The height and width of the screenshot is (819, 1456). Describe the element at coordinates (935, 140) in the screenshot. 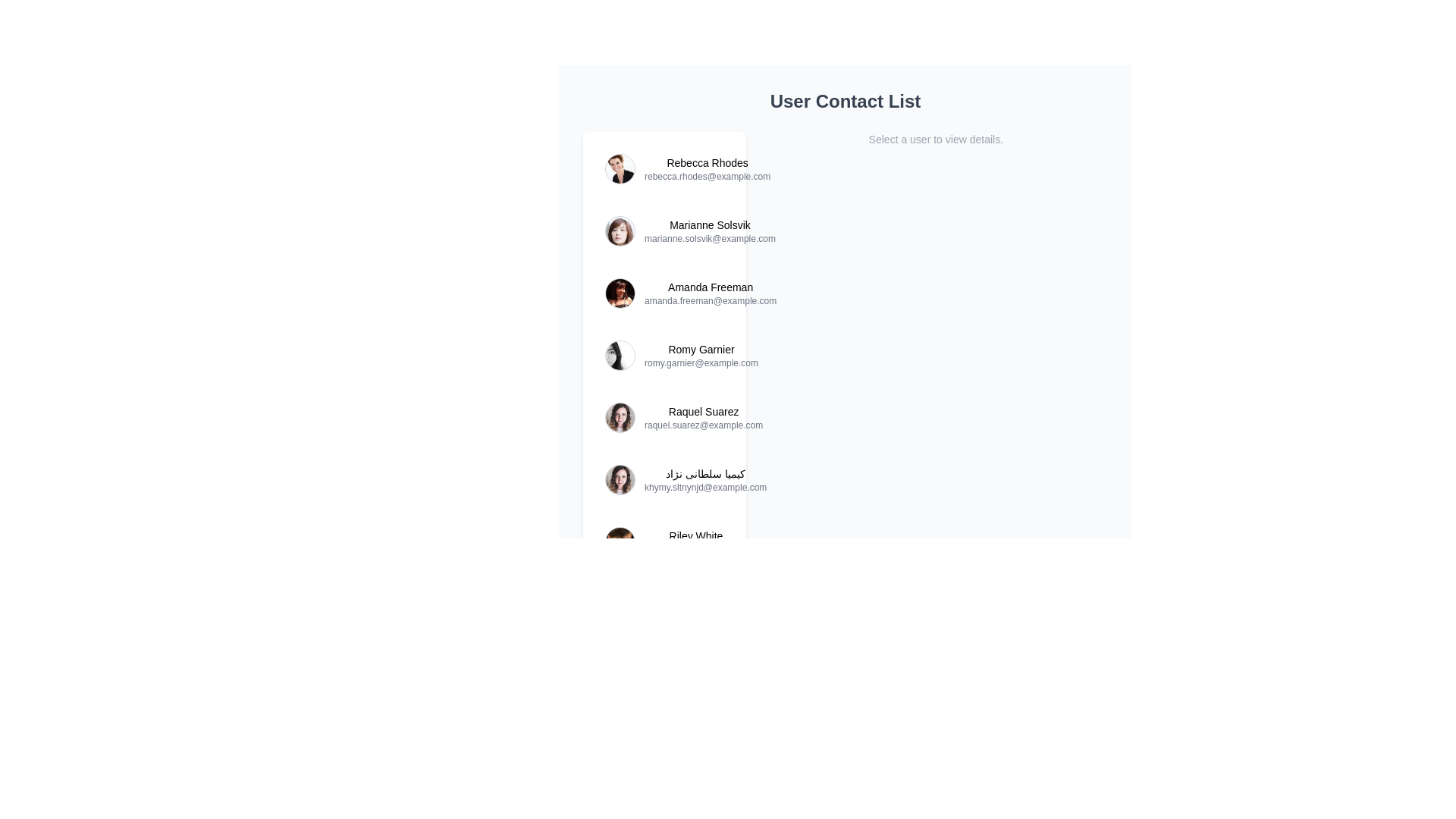

I see `the text label that reads 'Select a user` at that location.